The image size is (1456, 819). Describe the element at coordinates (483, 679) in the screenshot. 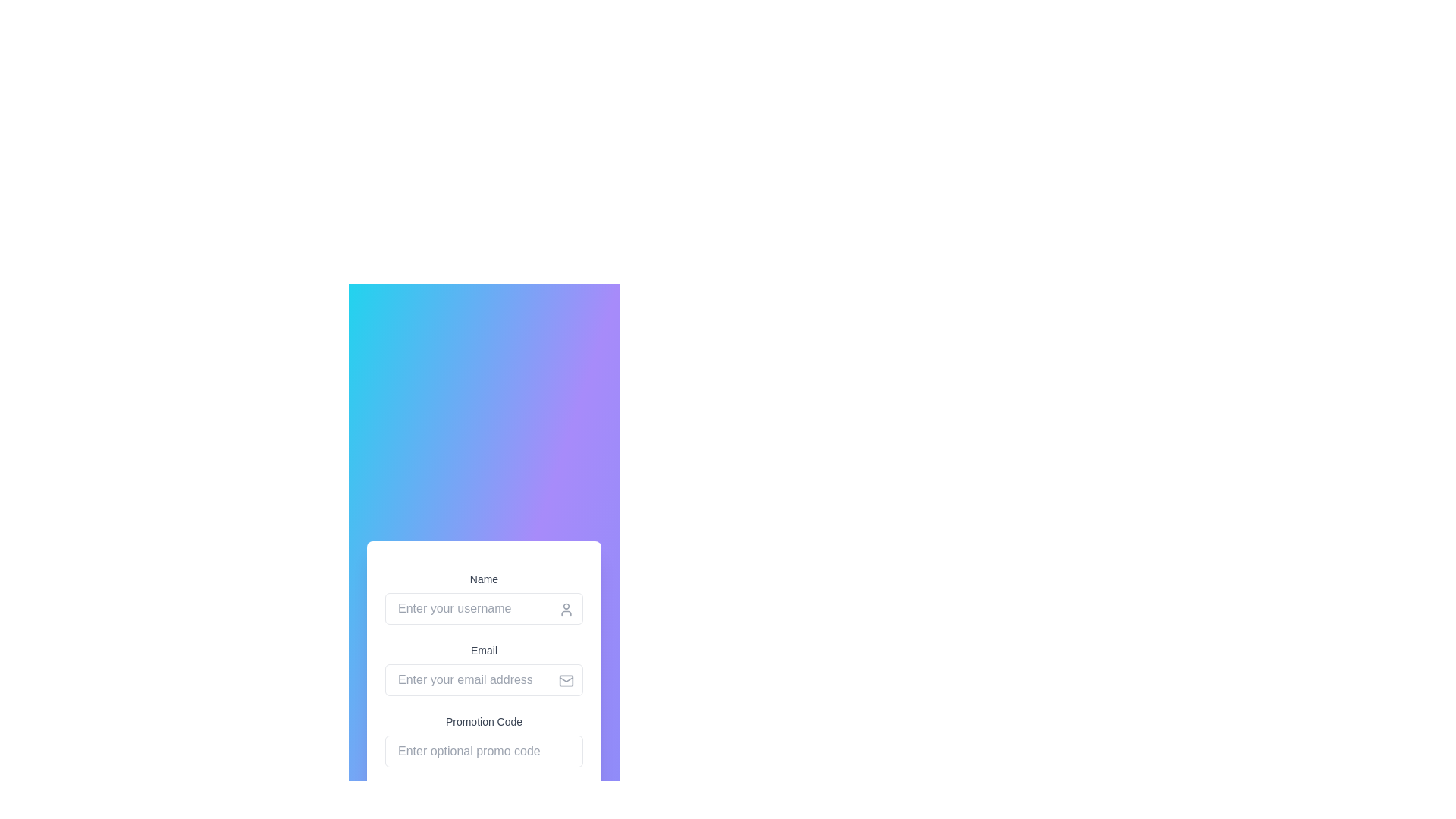

I see `the email input field, which is styled with a rounded border and has the placeholder text 'Enter your email address', to focus on it` at that location.